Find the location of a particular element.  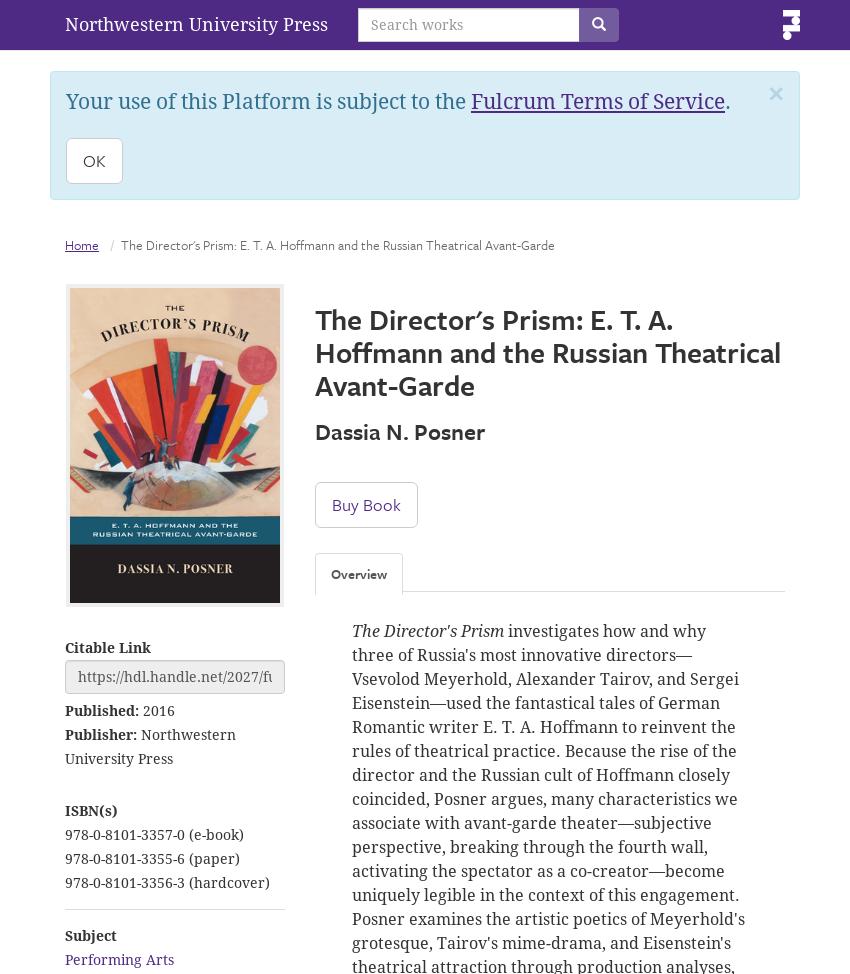

'.' is located at coordinates (728, 100).